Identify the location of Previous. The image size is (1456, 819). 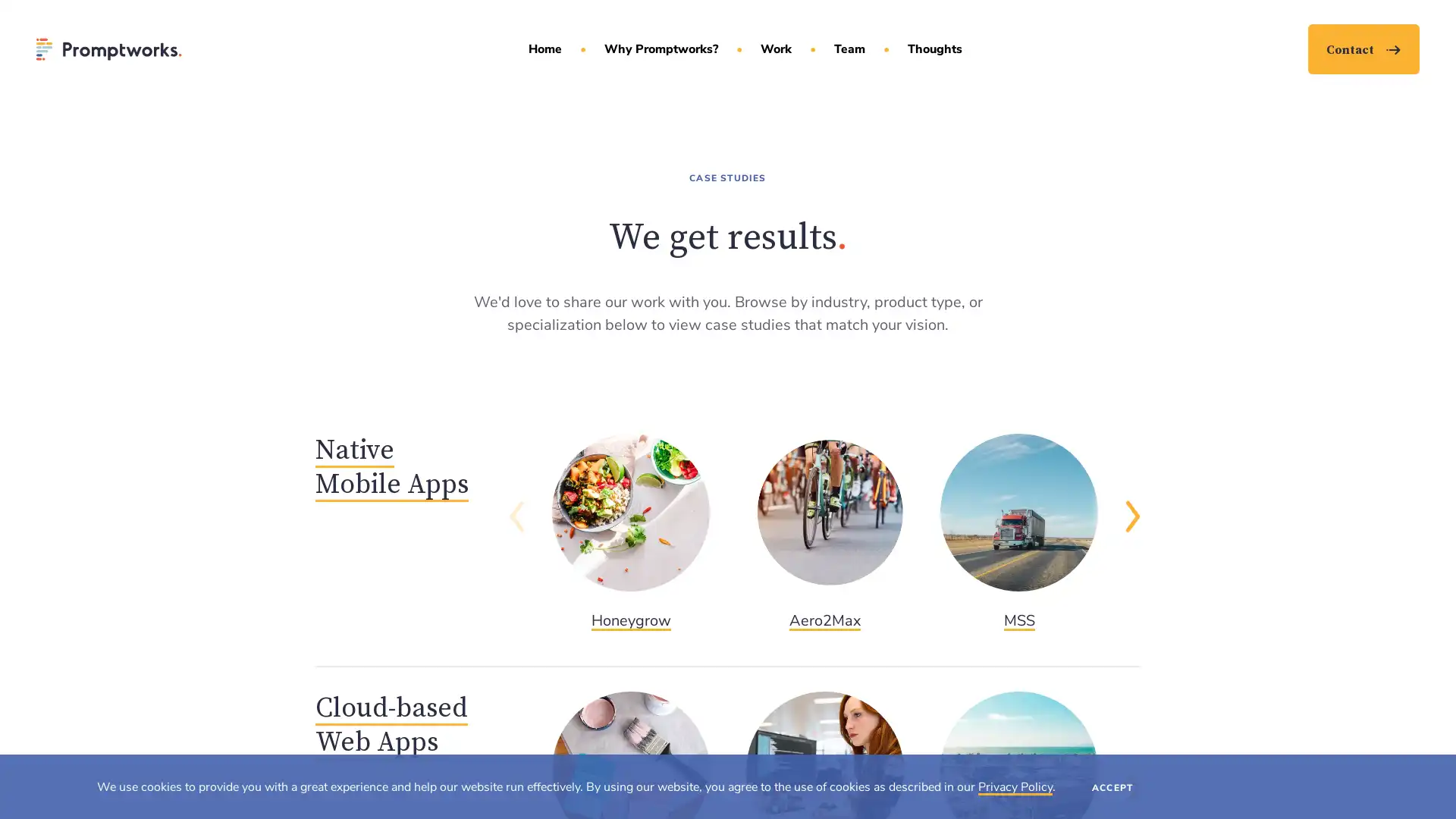
(516, 786).